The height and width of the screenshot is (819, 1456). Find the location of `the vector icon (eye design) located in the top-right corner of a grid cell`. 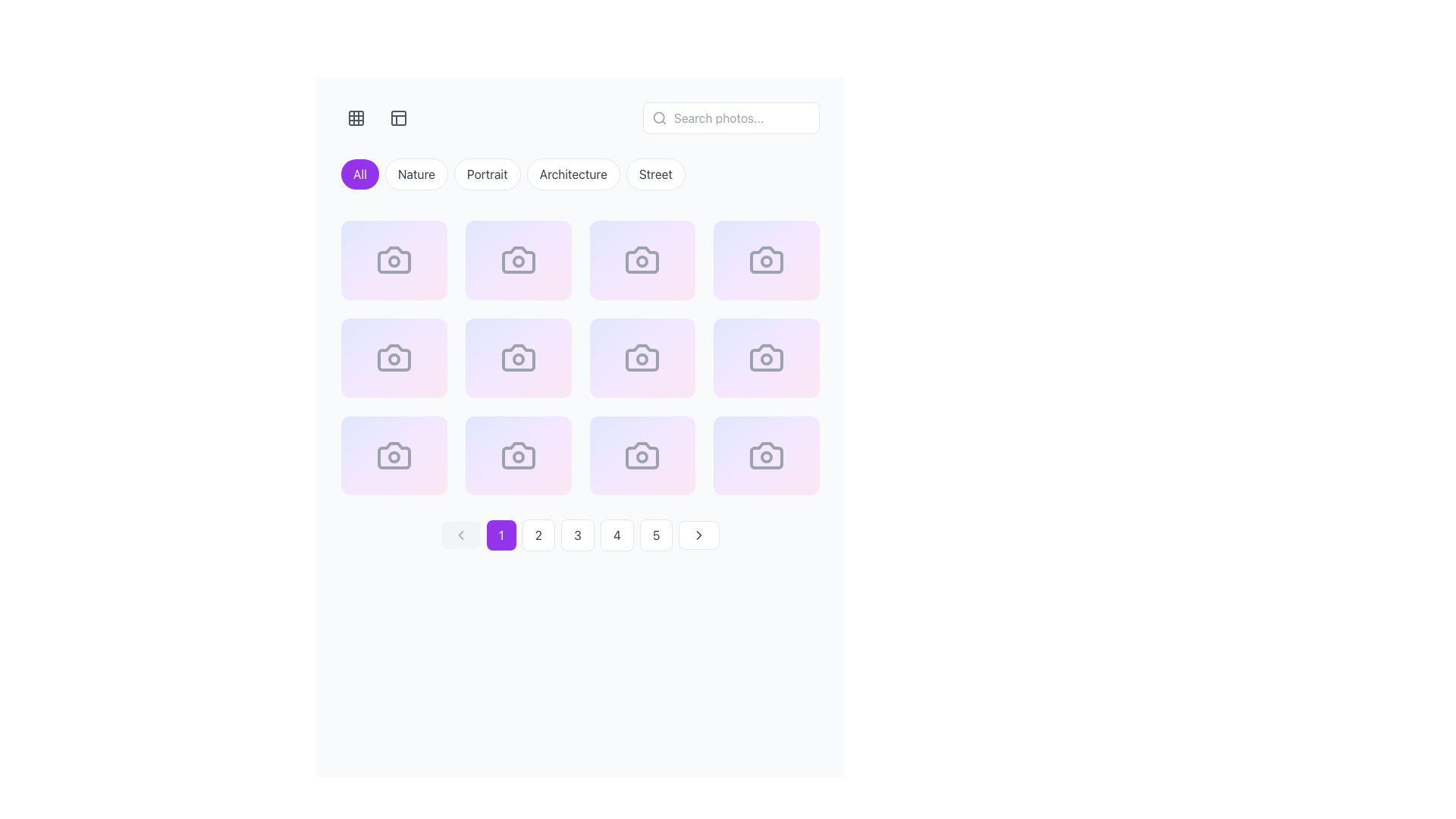

the vector icon (eye design) located in the top-right corner of a grid cell is located at coordinates (808, 275).